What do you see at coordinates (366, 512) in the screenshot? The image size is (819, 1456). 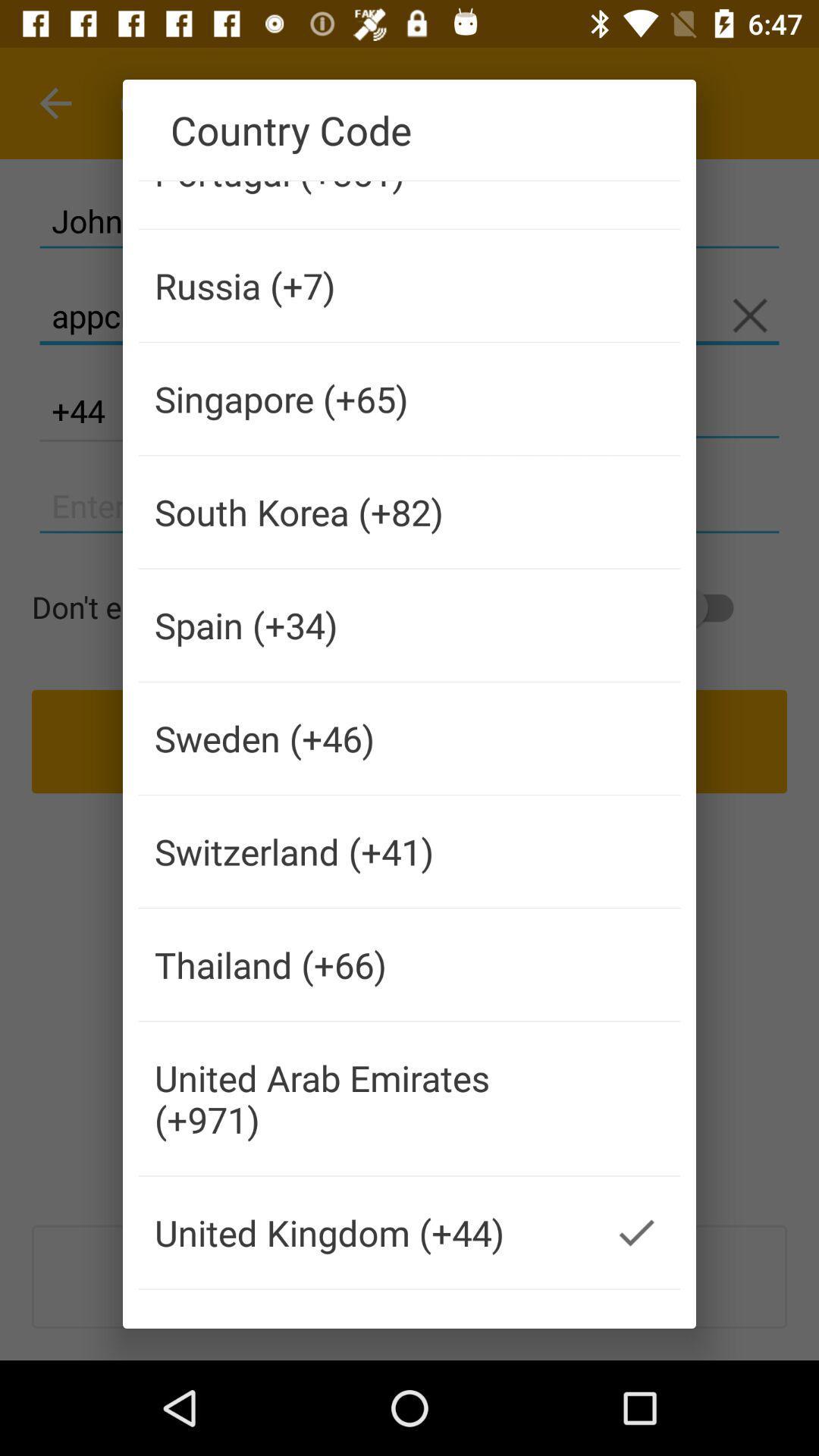 I see `south korea (+82) item` at bounding box center [366, 512].